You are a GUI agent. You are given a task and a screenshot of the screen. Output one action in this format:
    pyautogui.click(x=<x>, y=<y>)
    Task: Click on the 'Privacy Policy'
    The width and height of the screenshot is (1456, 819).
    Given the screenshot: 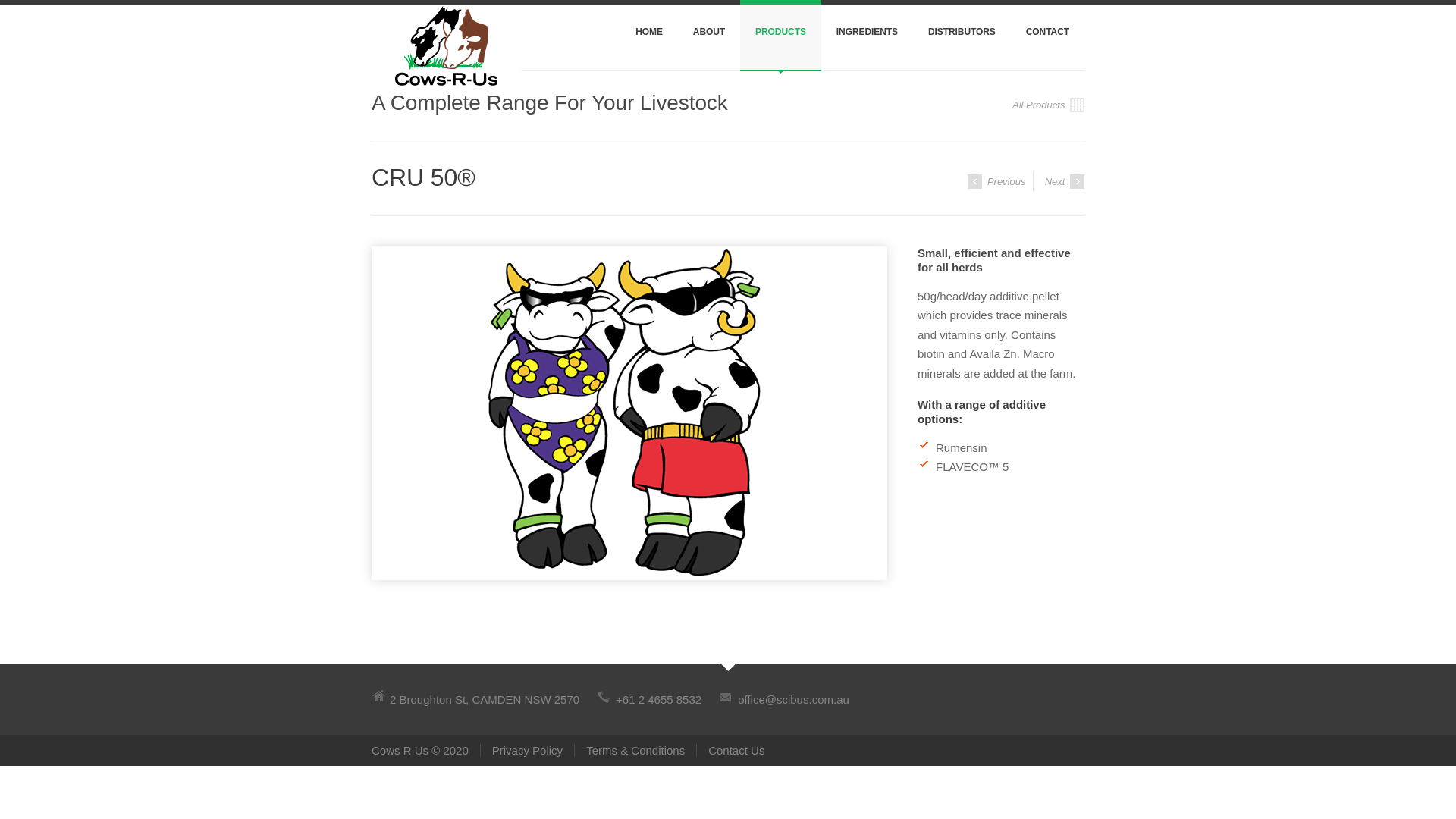 What is the action you would take?
    pyautogui.click(x=479, y=748)
    